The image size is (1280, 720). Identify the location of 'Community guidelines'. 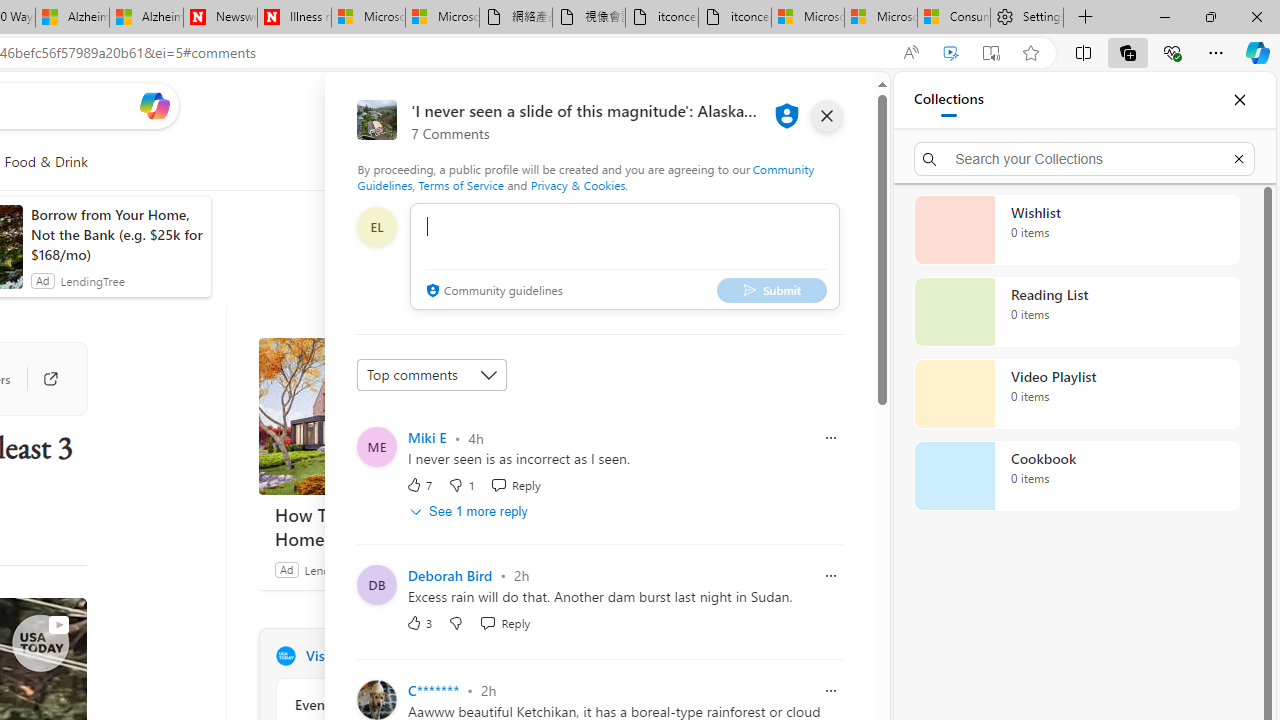
(492, 291).